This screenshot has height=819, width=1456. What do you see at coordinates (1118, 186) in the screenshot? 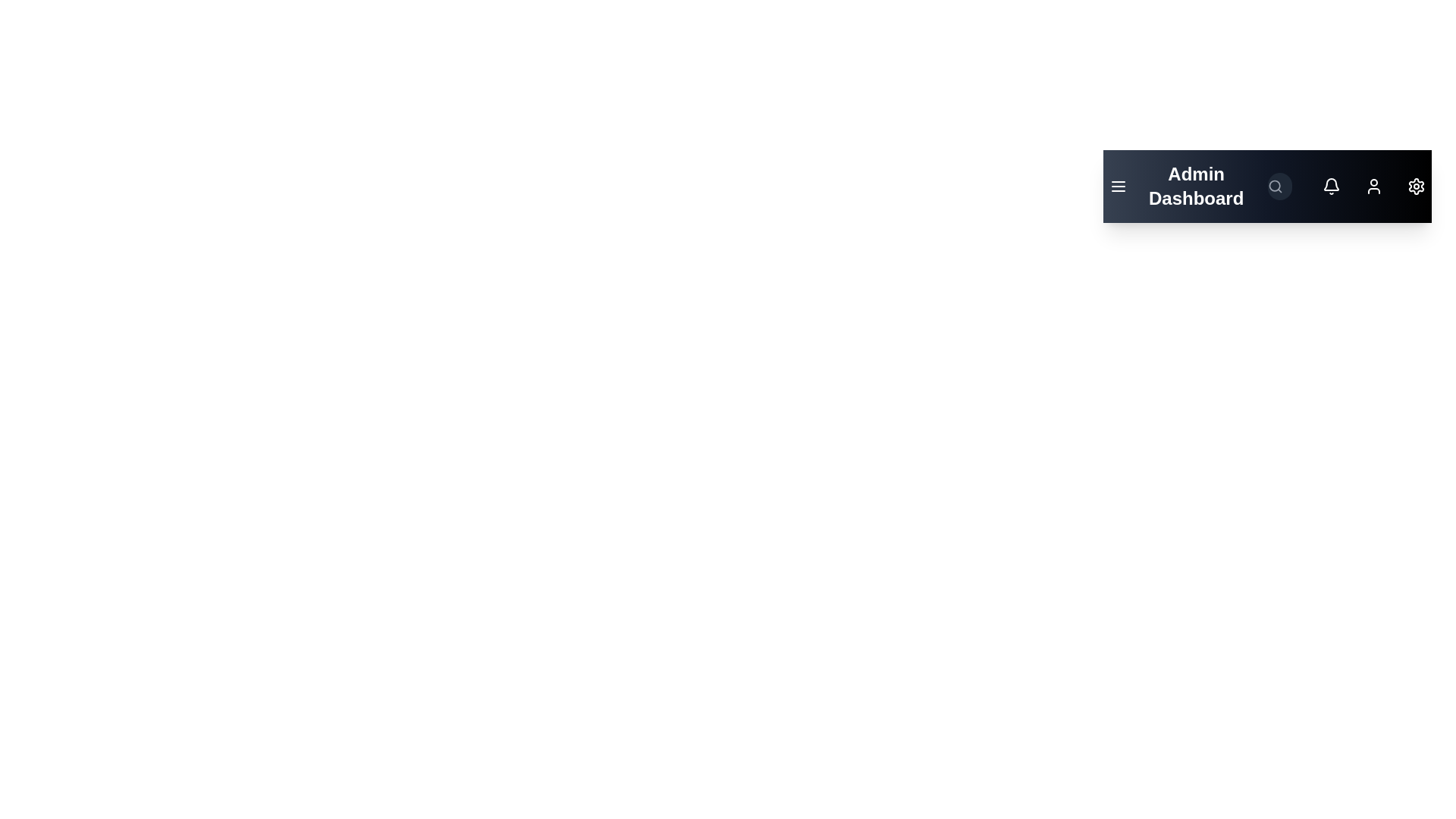
I see `the menu button to open the navigation menu` at bounding box center [1118, 186].